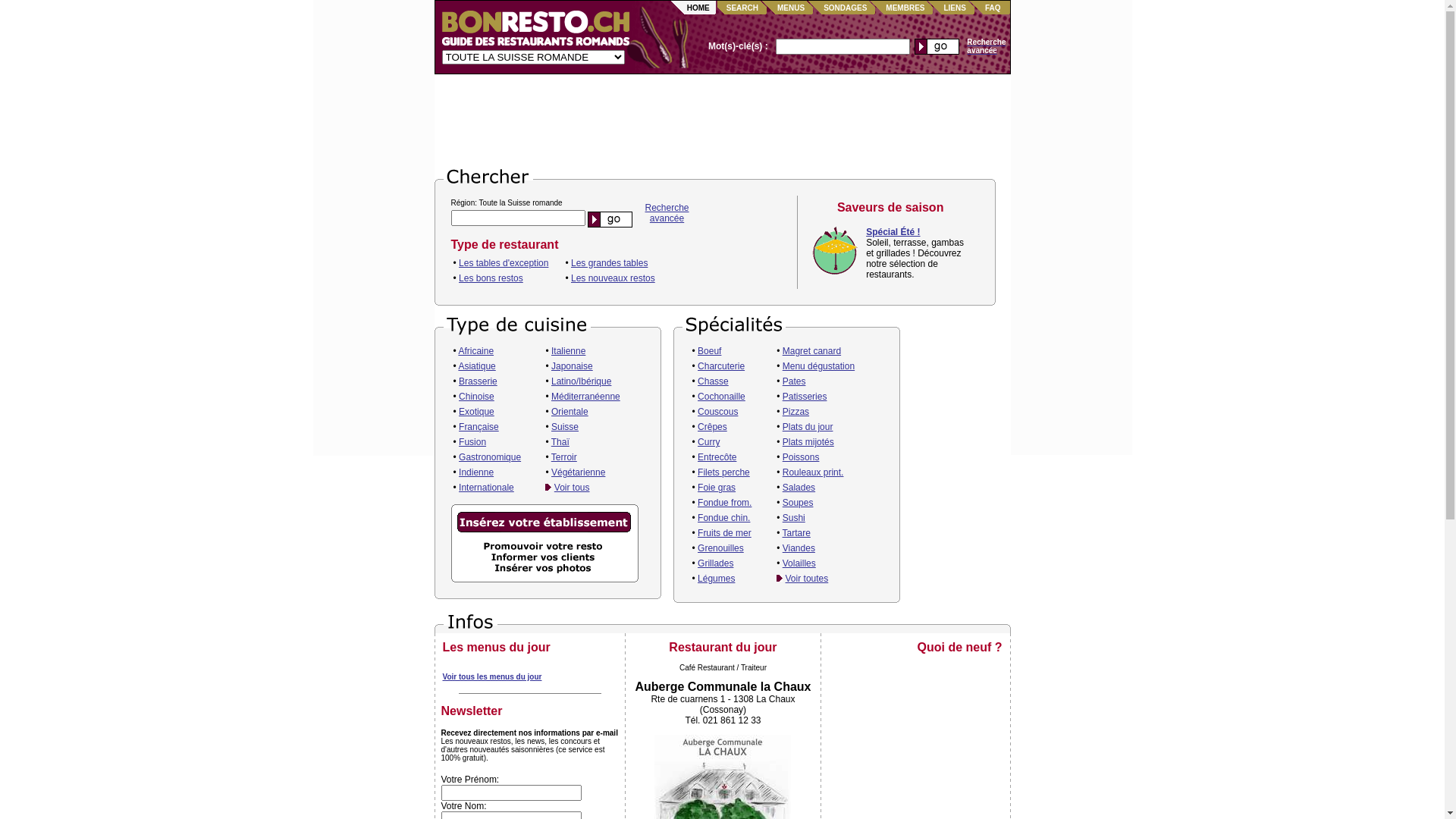 The image size is (1456, 819). What do you see at coordinates (799, 563) in the screenshot?
I see `'Volailles'` at bounding box center [799, 563].